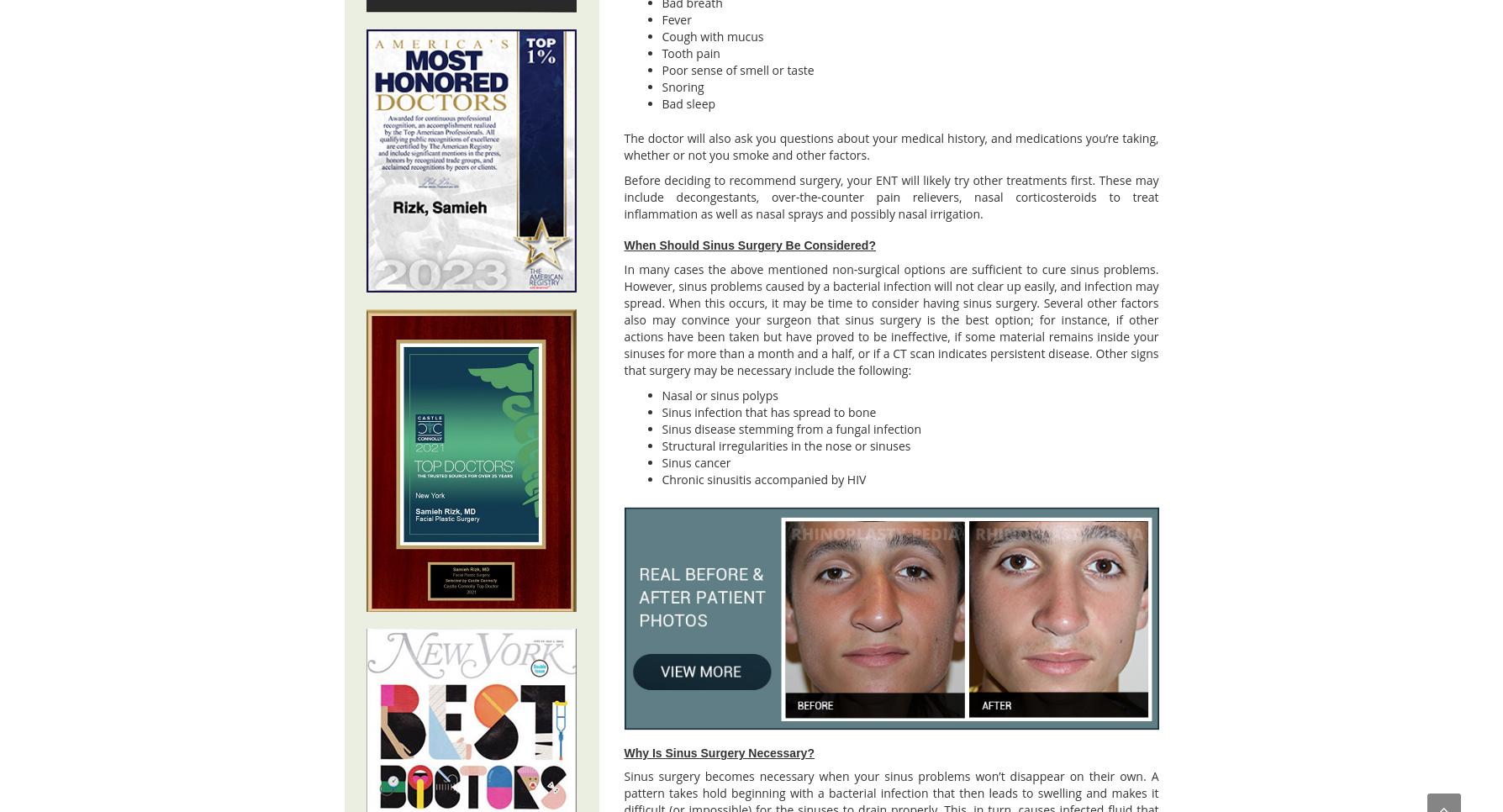  What do you see at coordinates (661, 18) in the screenshot?
I see `'Fever'` at bounding box center [661, 18].